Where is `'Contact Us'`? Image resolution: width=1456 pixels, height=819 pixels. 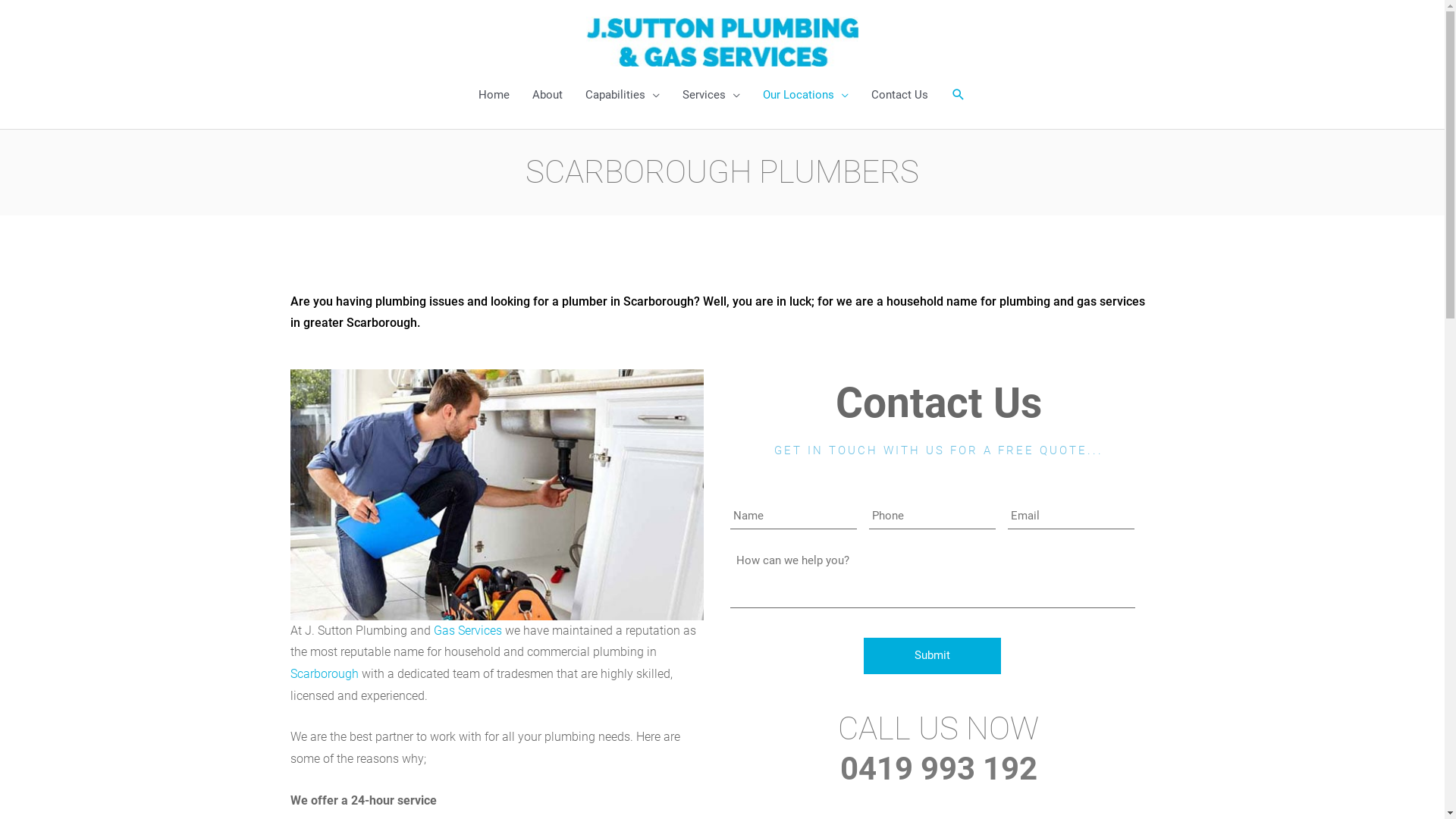
'Contact Us' is located at coordinates (859, 94).